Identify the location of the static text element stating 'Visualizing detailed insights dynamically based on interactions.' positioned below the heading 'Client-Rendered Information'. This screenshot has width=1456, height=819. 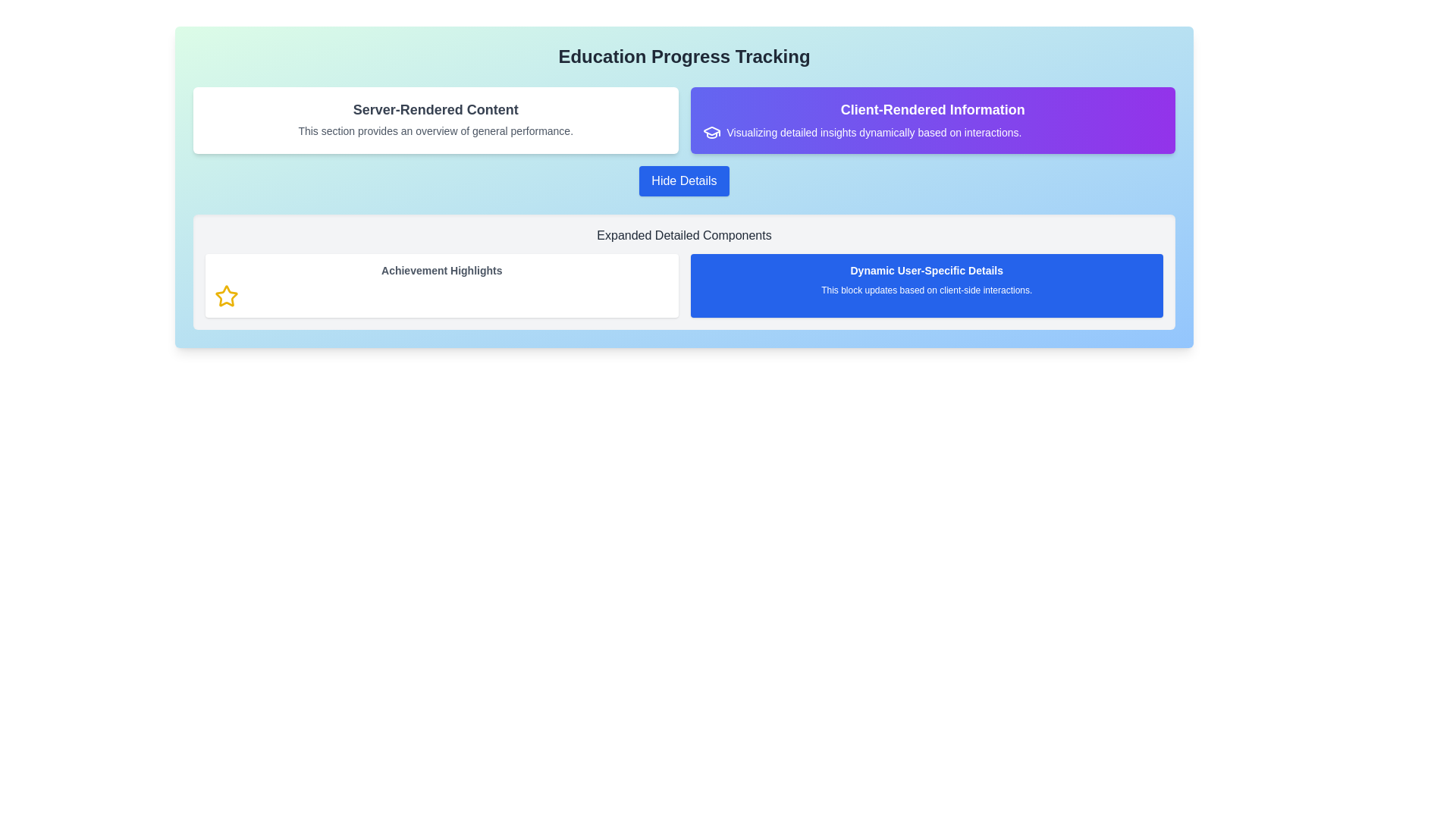
(932, 131).